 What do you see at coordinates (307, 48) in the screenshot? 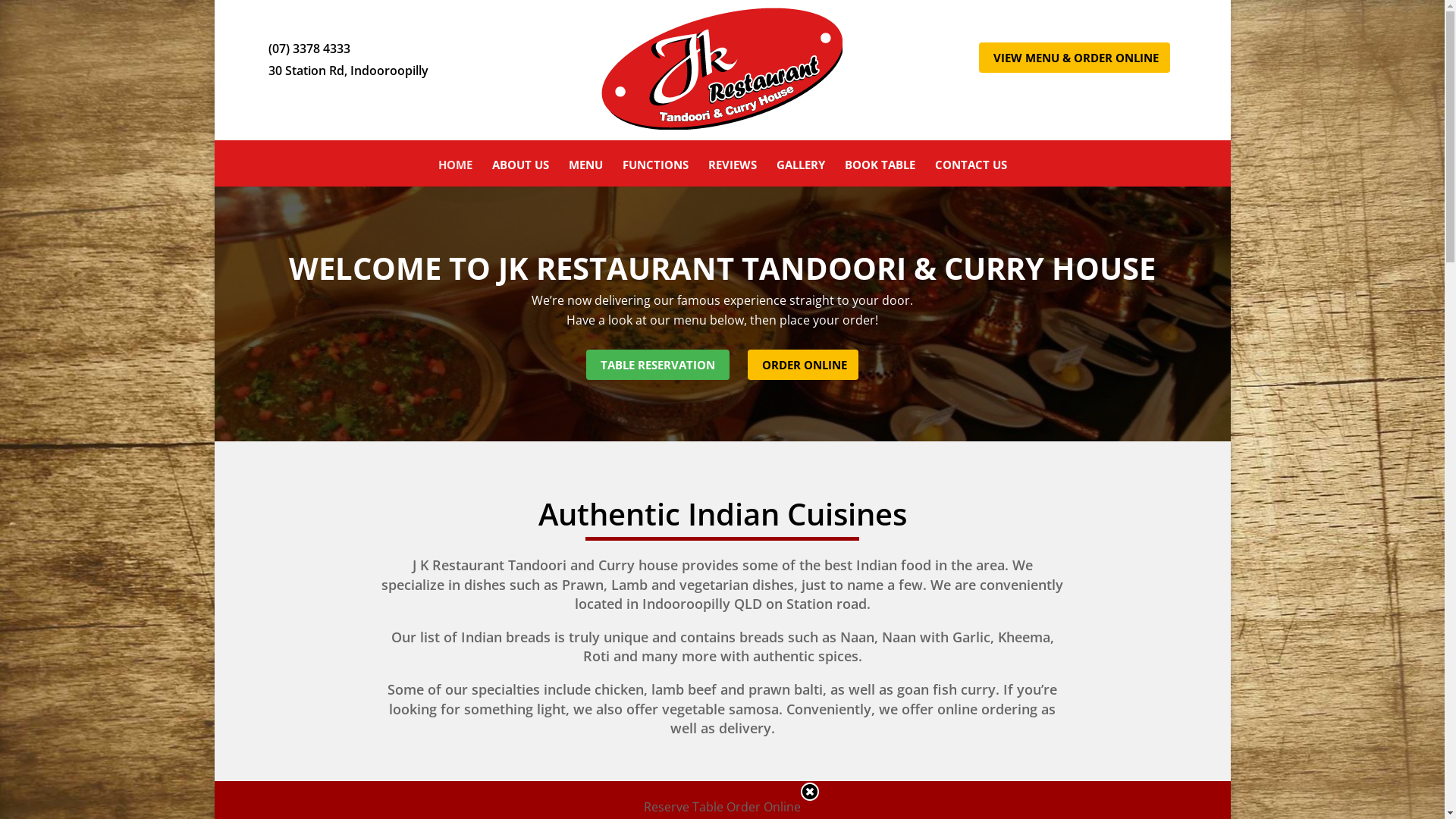
I see `'(07) 3378 4333'` at bounding box center [307, 48].